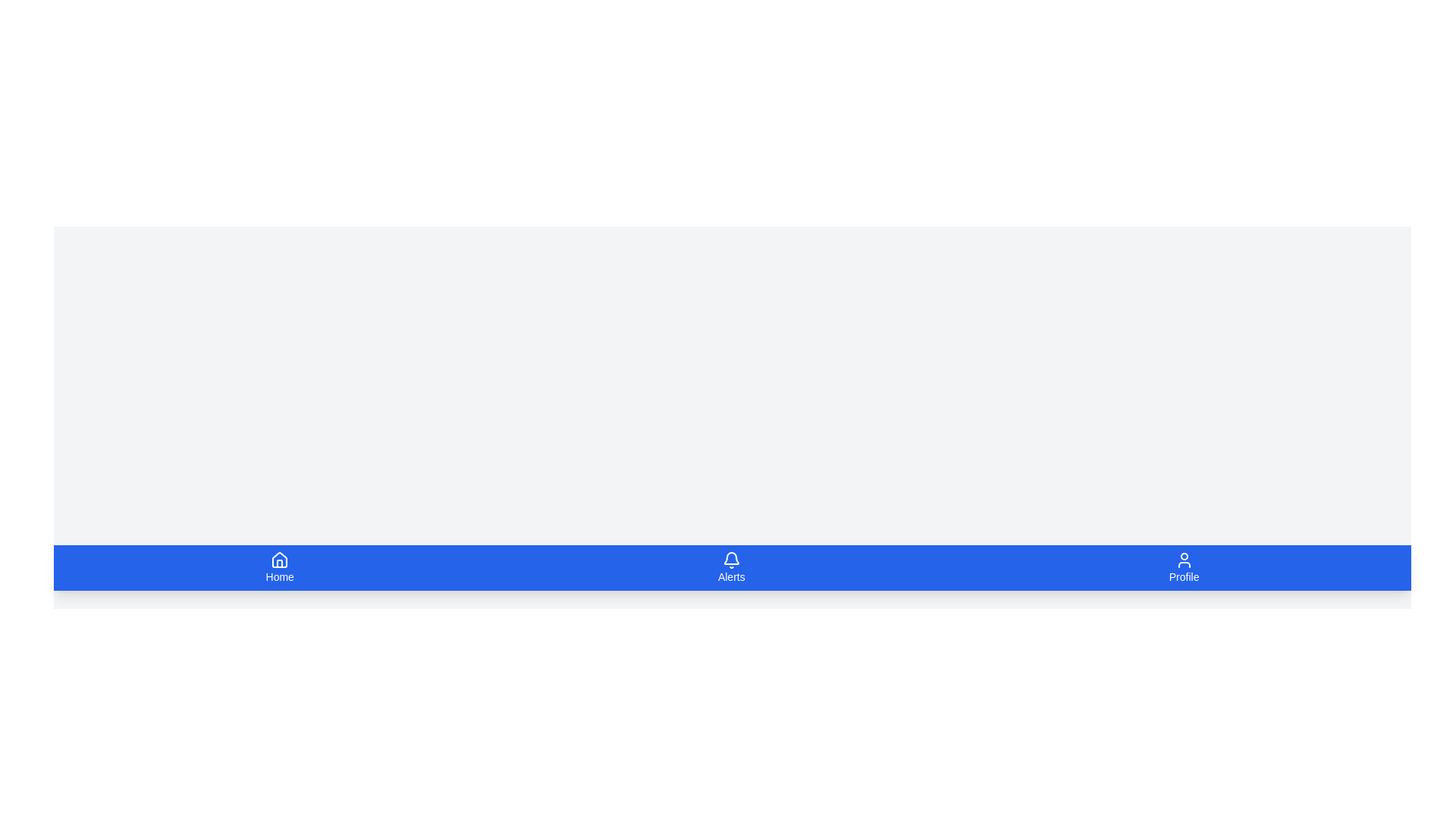 Image resolution: width=1456 pixels, height=819 pixels. Describe the element at coordinates (280, 576) in the screenshot. I see `the 'Home' text label, which is styled in white and located within the blue bottom navigation bar, positioned beneath a house icon` at that location.